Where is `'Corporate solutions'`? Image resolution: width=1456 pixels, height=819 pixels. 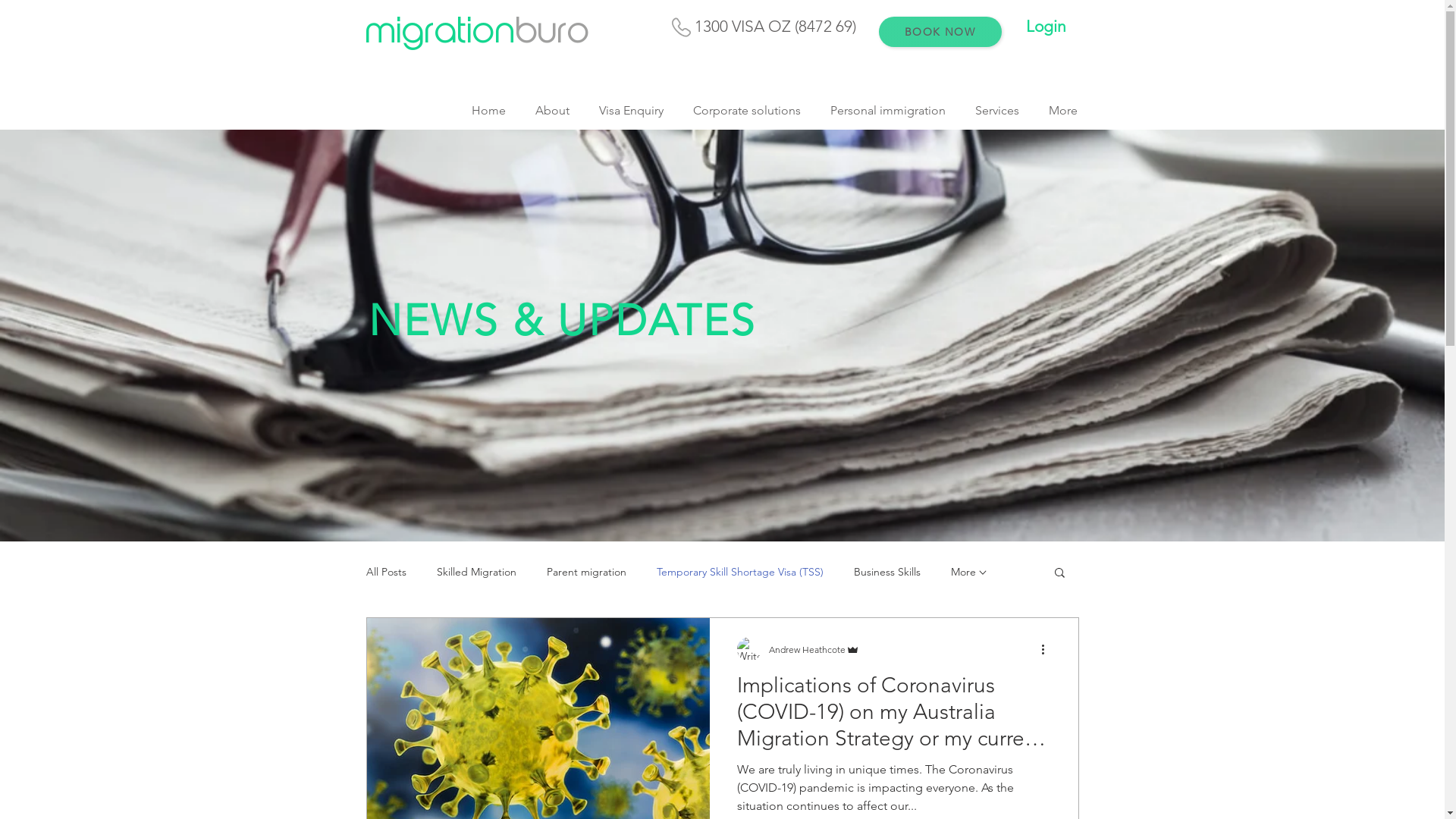
'Corporate solutions' is located at coordinates (746, 110).